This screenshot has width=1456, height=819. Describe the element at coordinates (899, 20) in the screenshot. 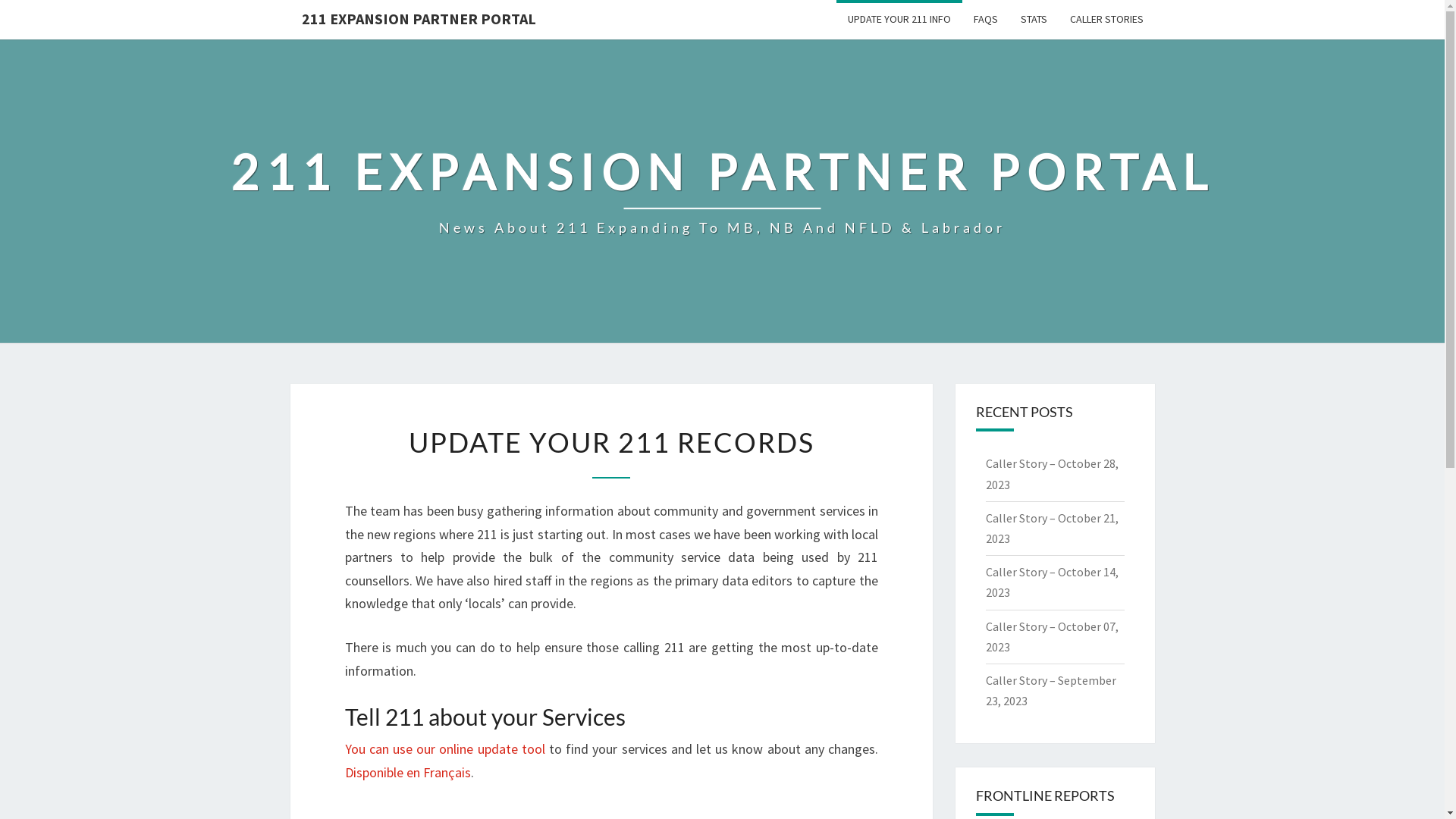

I see `'UPDATE YOUR 211 INFO'` at that location.